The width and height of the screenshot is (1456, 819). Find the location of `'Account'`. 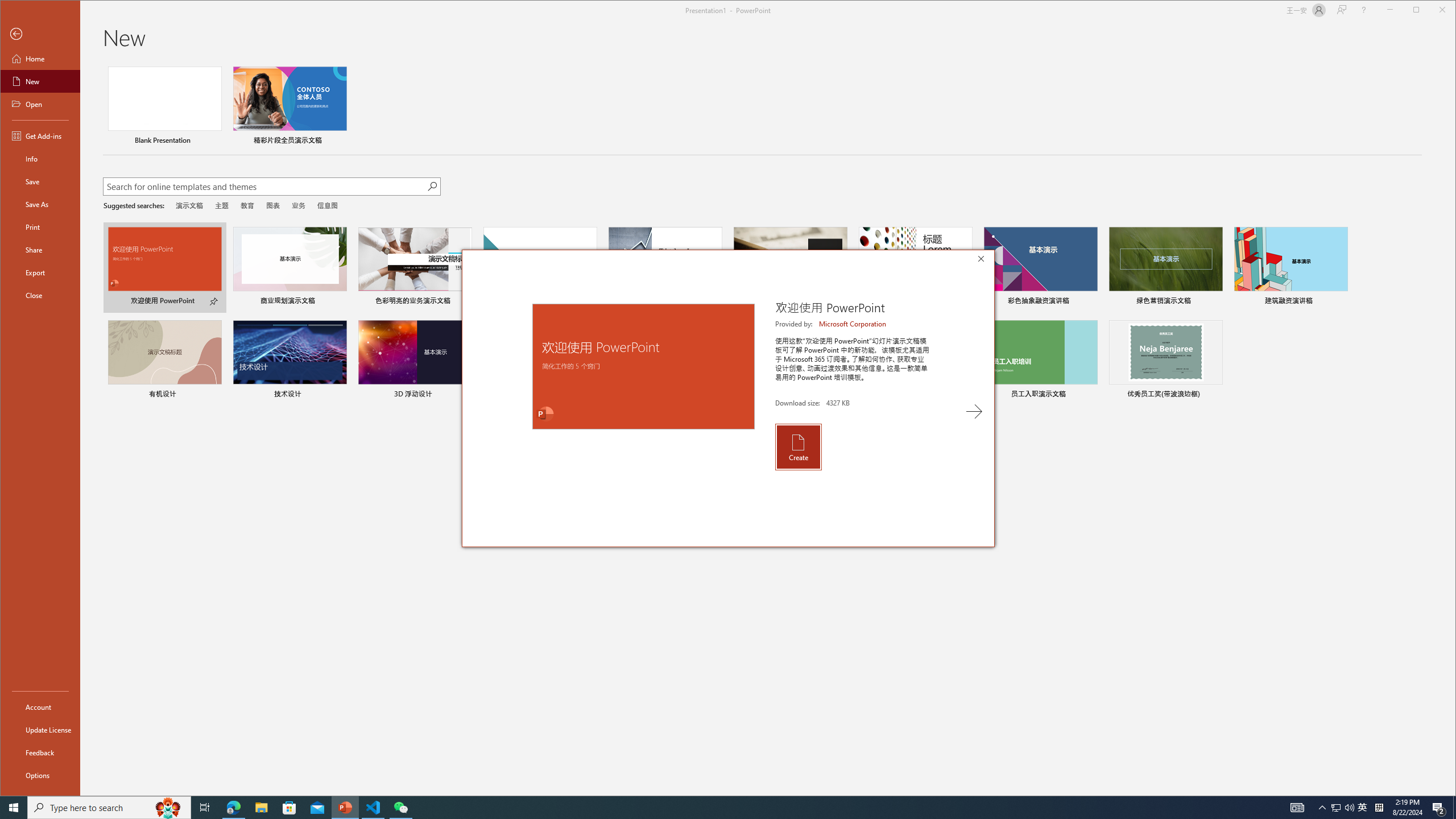

'Account' is located at coordinates (39, 706).